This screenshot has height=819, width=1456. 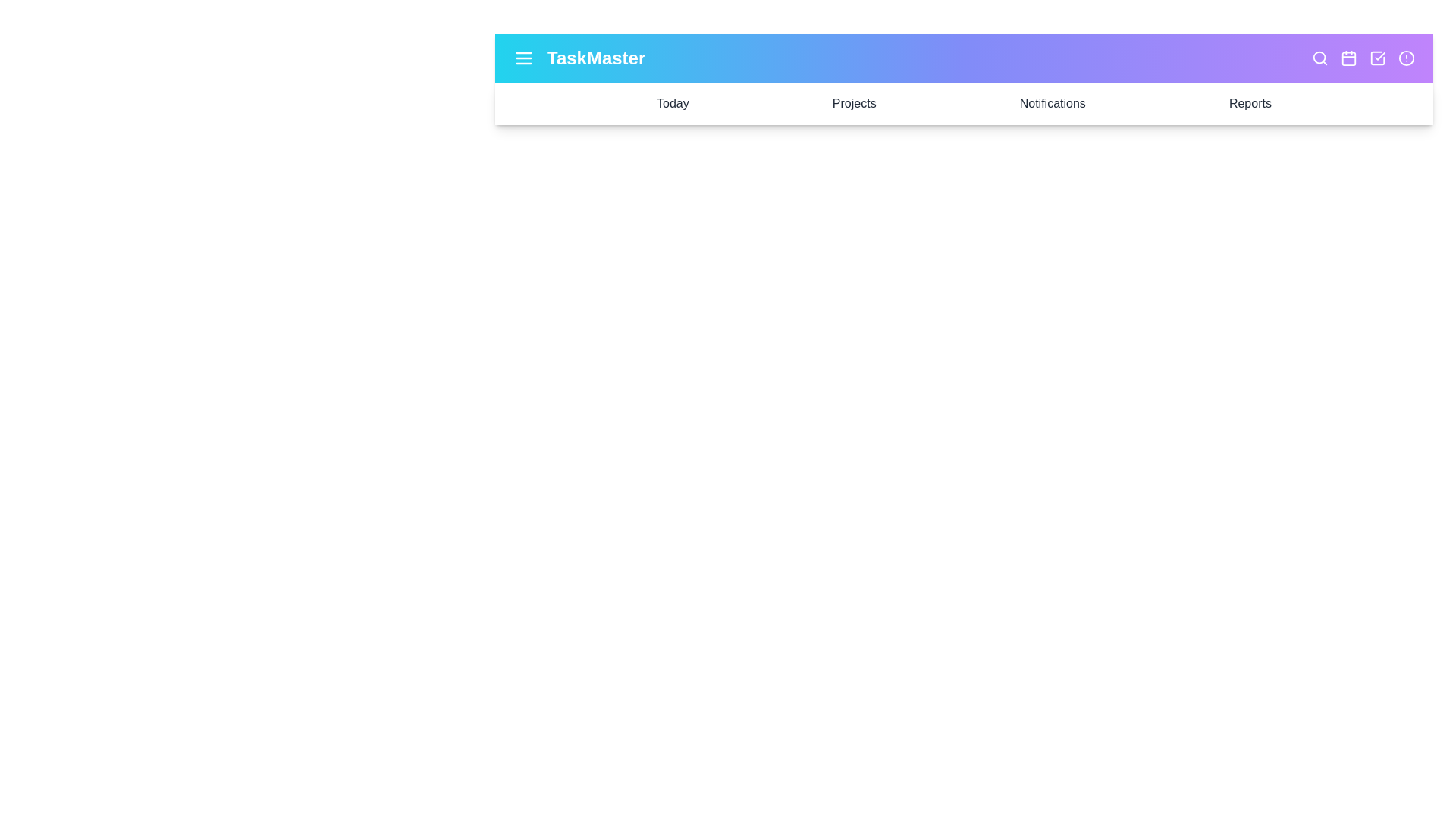 What do you see at coordinates (854, 103) in the screenshot?
I see `the 'Projects' option in the navigation bar` at bounding box center [854, 103].